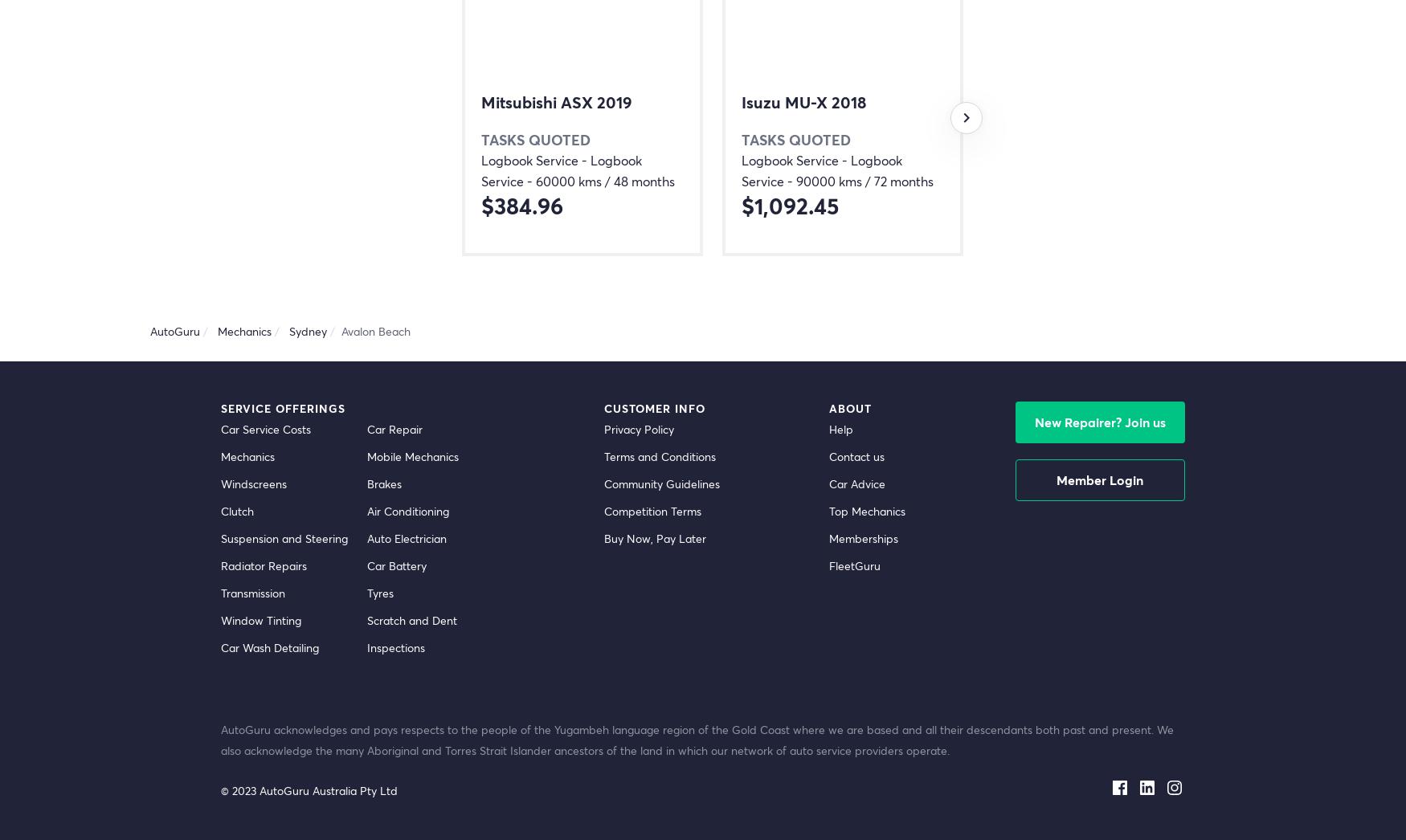 The width and height of the screenshot is (1406, 840). Describe the element at coordinates (1302, 184) in the screenshot. I see `'$266.29'` at that location.